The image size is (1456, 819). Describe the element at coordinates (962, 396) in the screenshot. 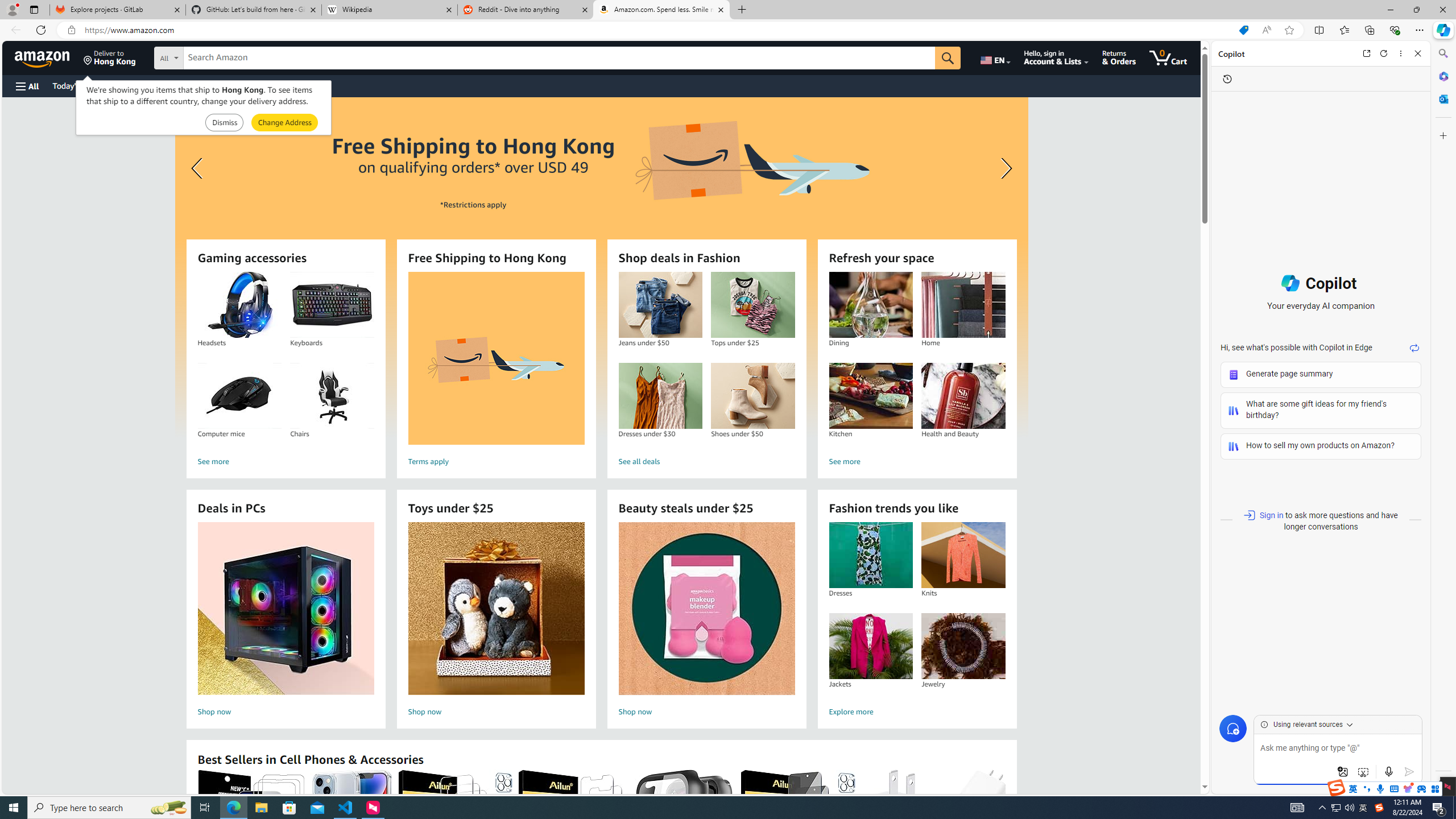

I see `'Health and Beauty'` at that location.